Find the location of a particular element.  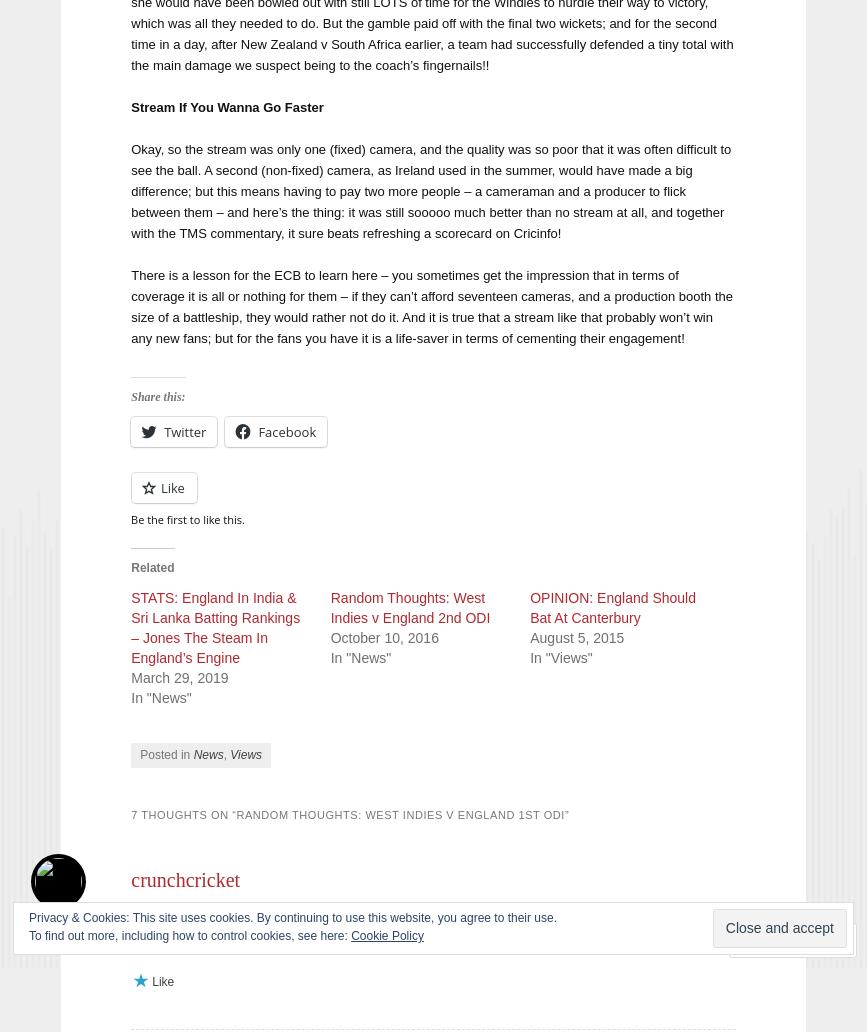

'Follow' is located at coordinates (785, 939).